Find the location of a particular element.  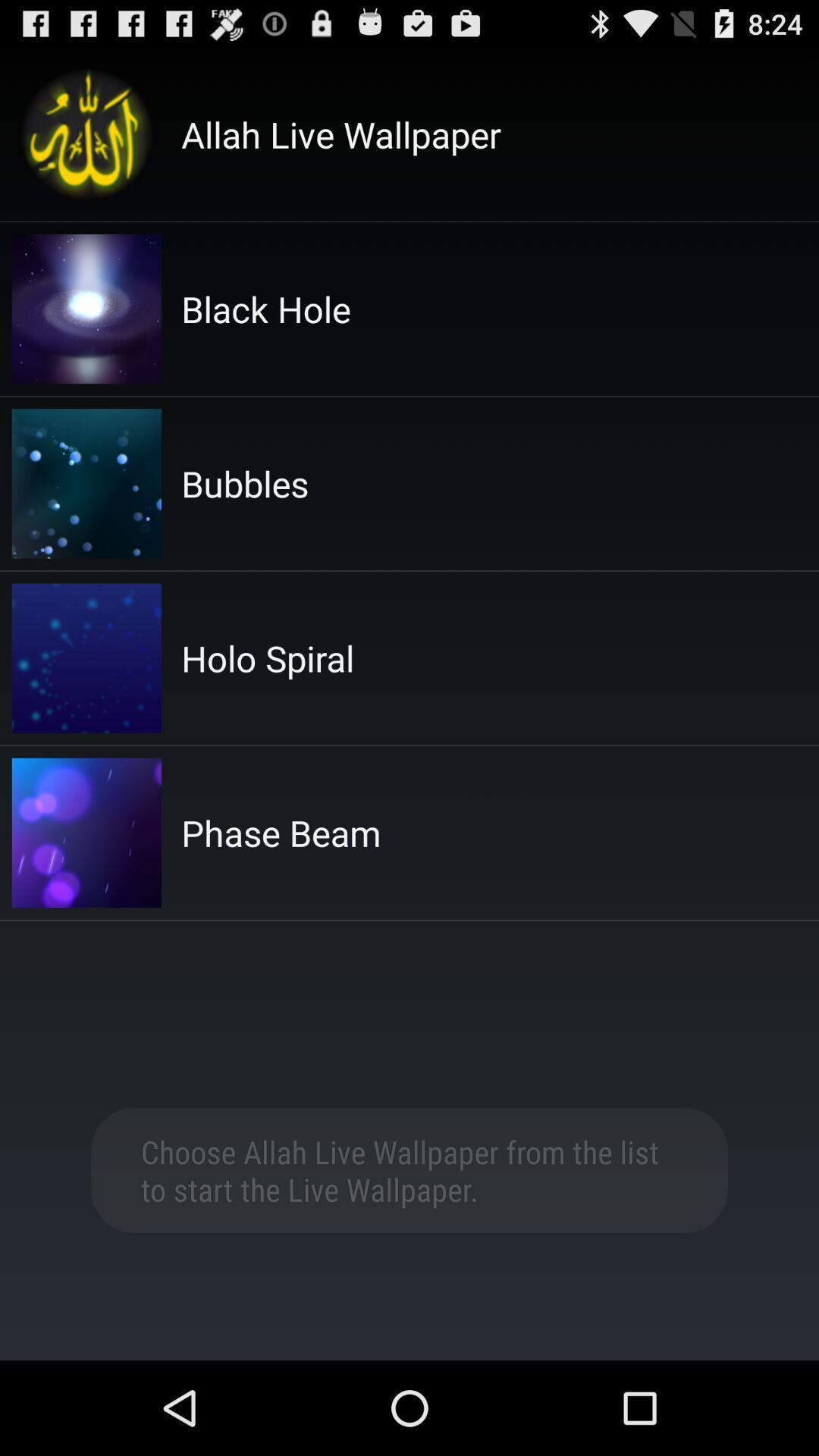

app above the holo spiral is located at coordinates (244, 482).